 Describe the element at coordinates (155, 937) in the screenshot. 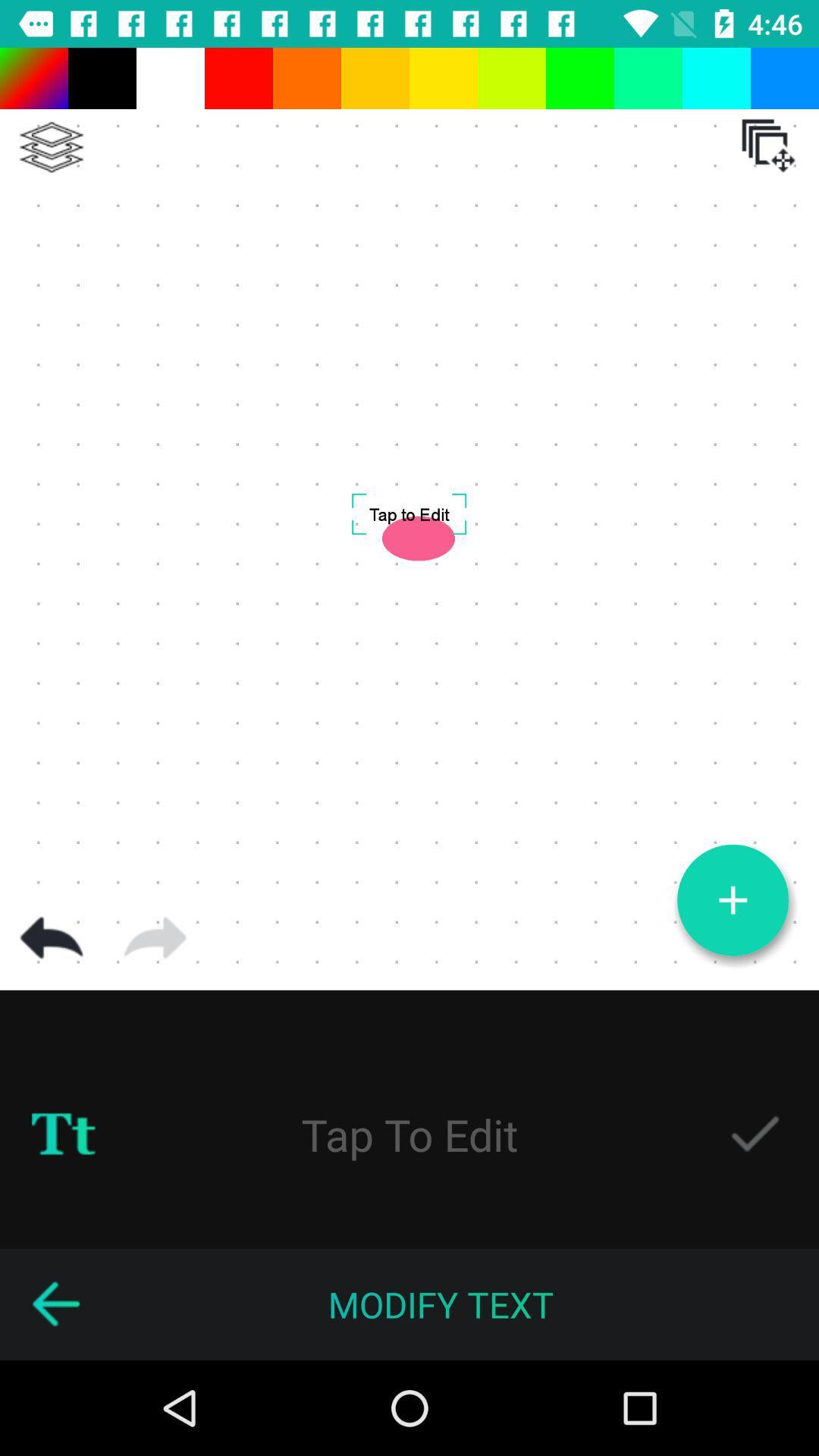

I see `redo edit` at that location.